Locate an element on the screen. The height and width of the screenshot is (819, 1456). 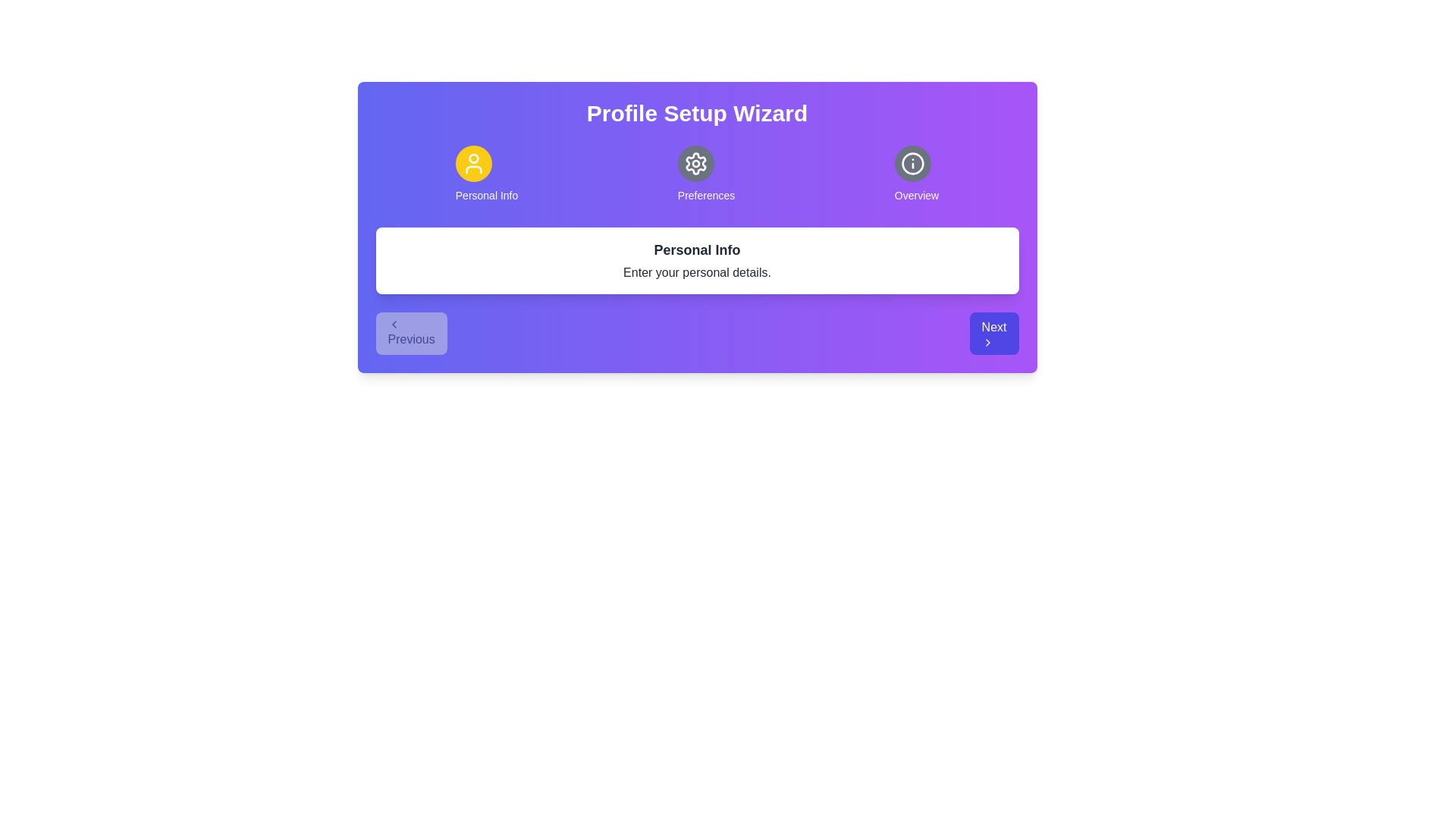
the step indicator for Preferences to view its content is located at coordinates (705, 174).